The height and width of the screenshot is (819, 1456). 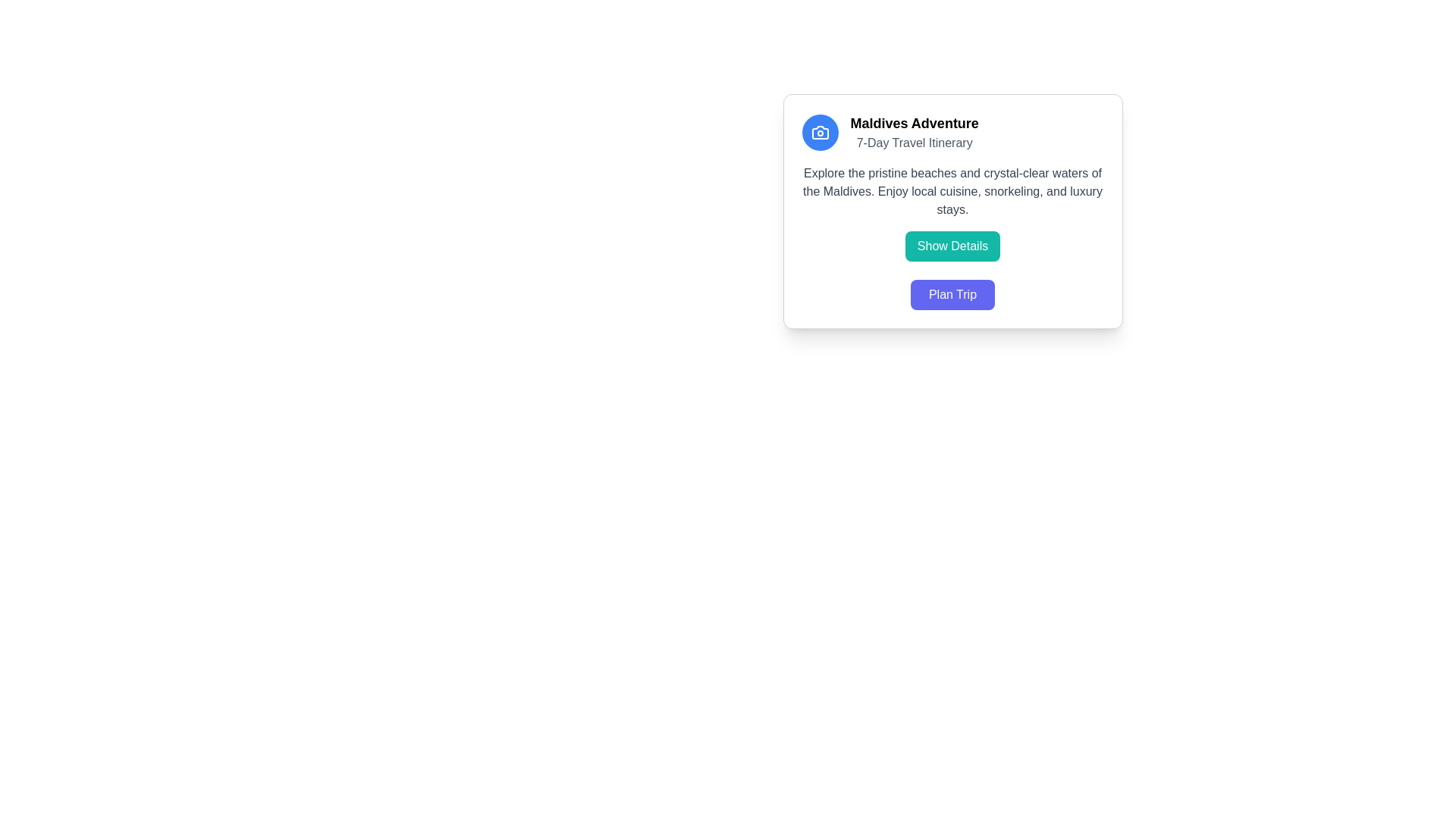 I want to click on the 'Show Details' button, which has a teal background and white text, located in the lower central portion of the card layout for 'Maldives Adventure', so click(x=952, y=245).